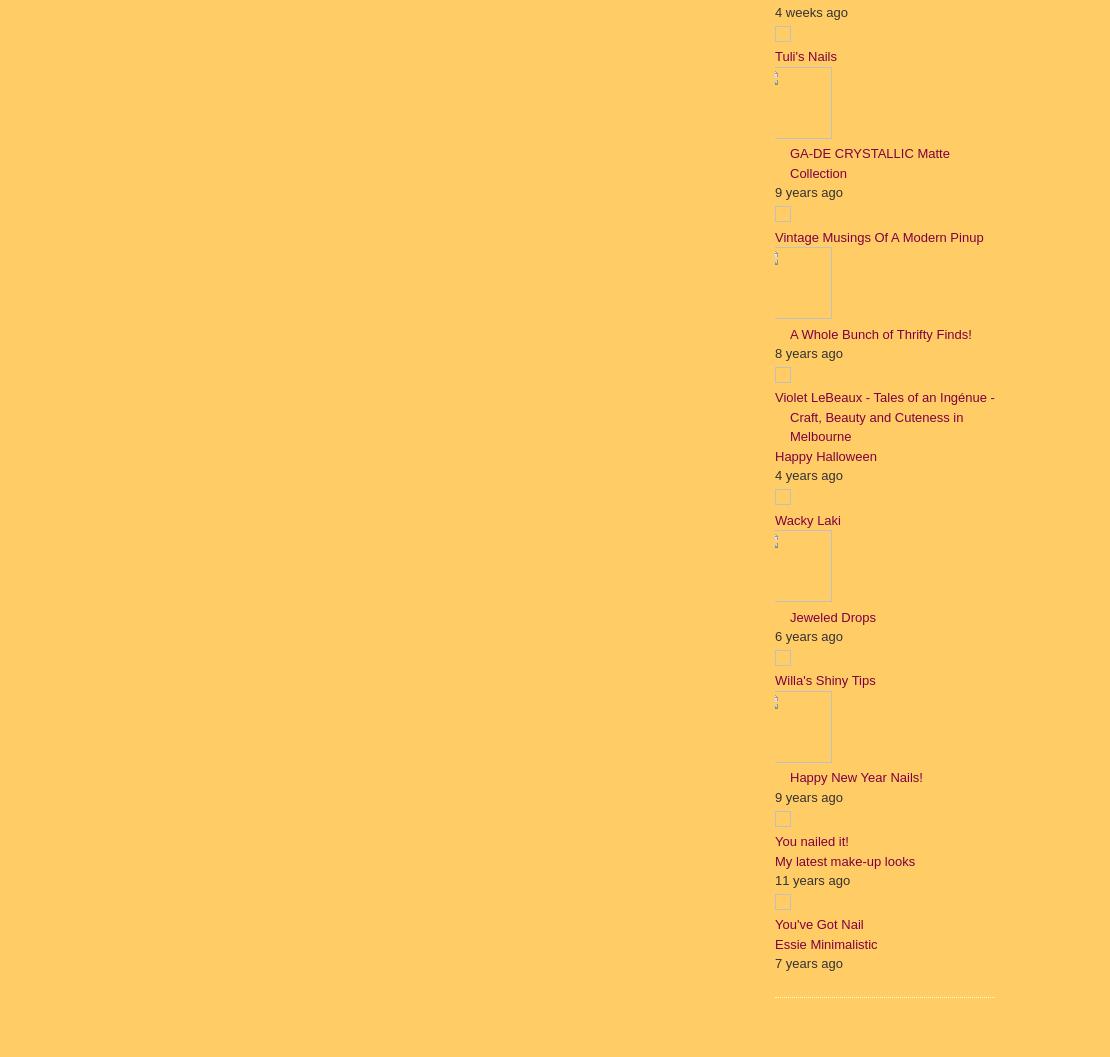 This screenshot has height=1057, width=1110. What do you see at coordinates (824, 680) in the screenshot?
I see `'Willa's Shiny Tips'` at bounding box center [824, 680].